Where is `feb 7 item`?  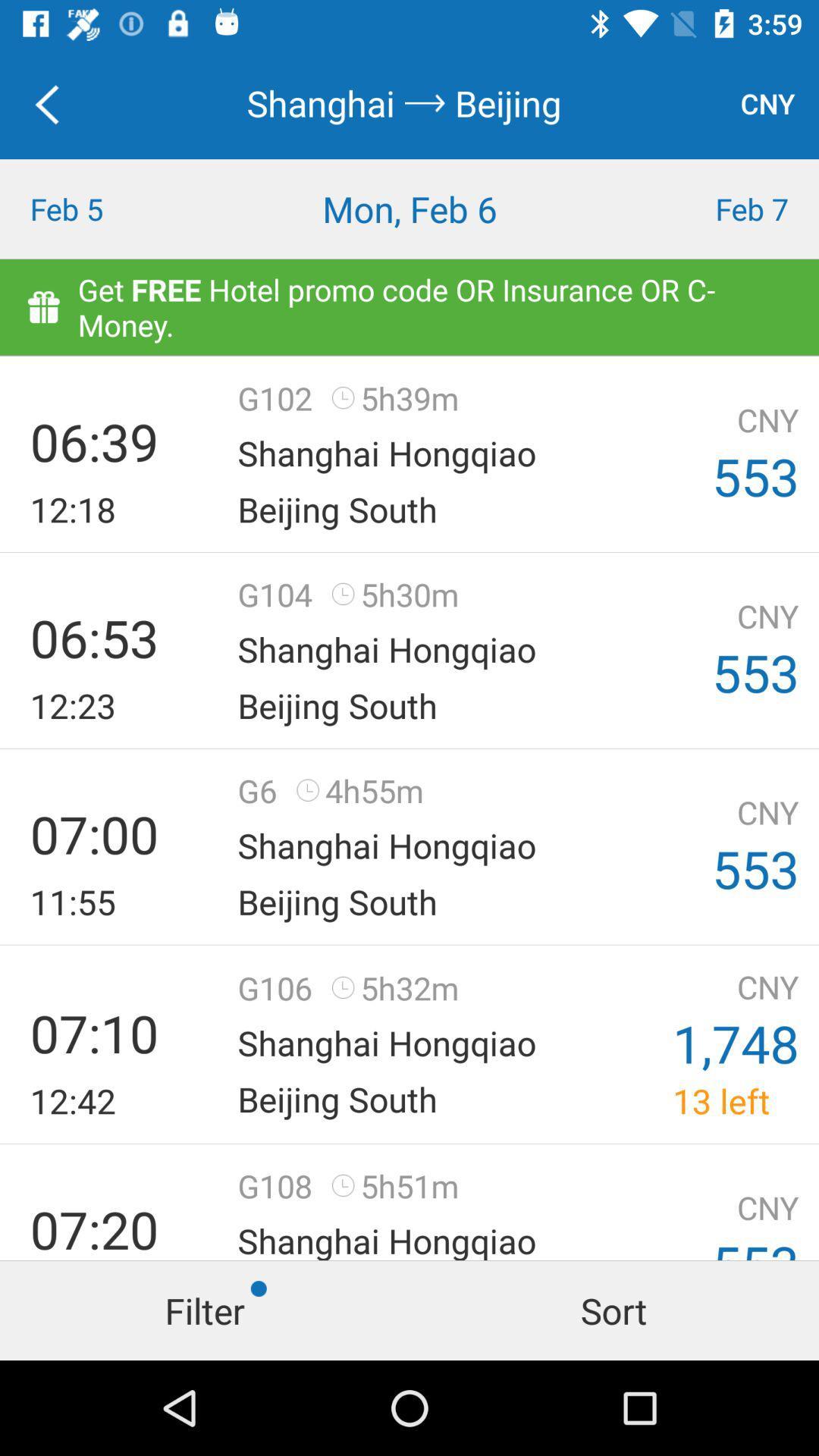
feb 7 item is located at coordinates (717, 208).